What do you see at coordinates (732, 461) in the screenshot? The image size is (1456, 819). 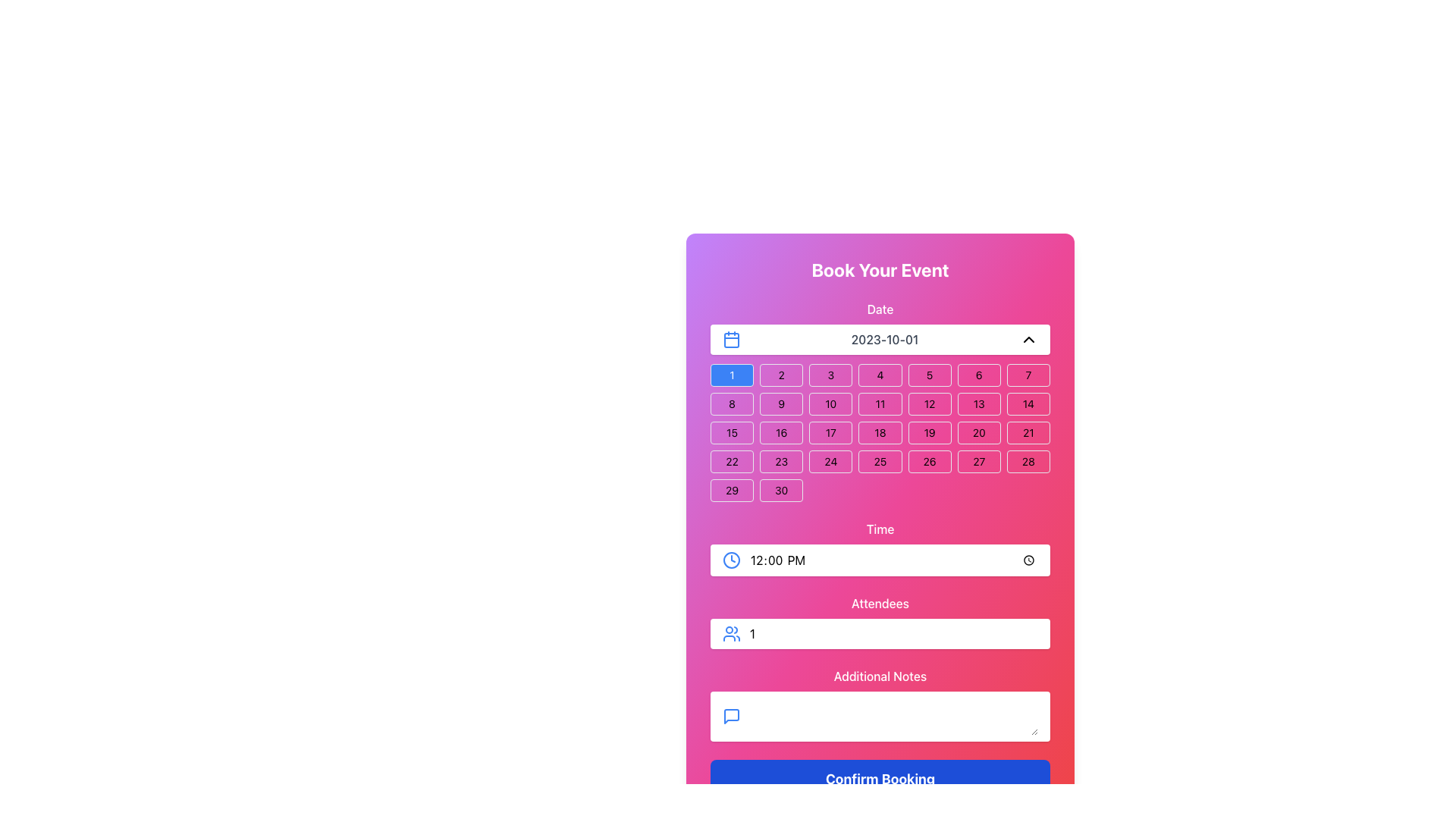 I see `the rectangular button with rounded edges, pink background, and black text displaying '22', located in the fourth row and first column of the grid layout` at bounding box center [732, 461].